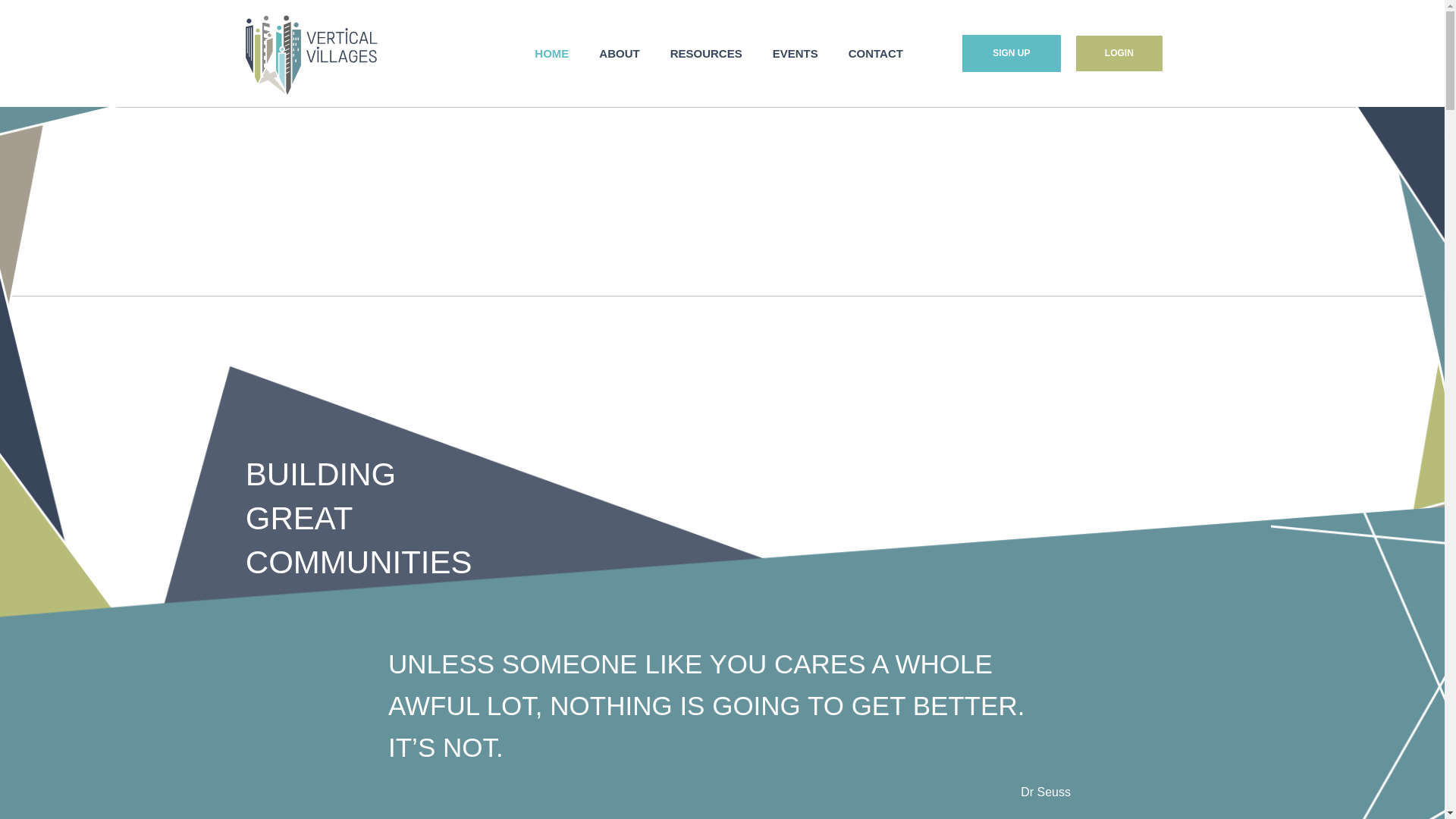  Describe the element at coordinates (551, 52) in the screenshot. I see `'HOME'` at that location.